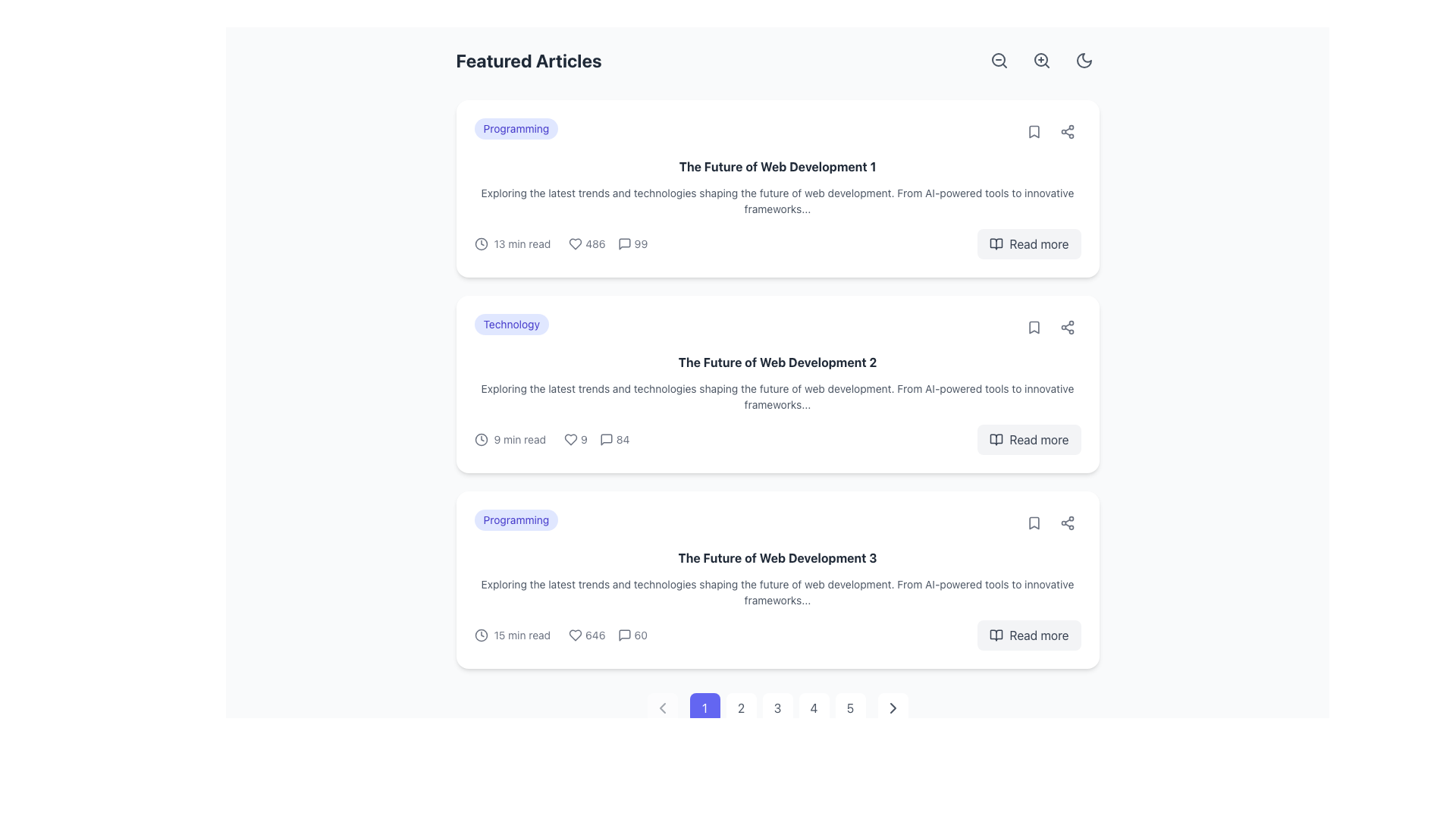 This screenshot has width=1456, height=819. What do you see at coordinates (605, 439) in the screenshot?
I see `the small gray speech bubble icon located in the middle of the comment summary section of the second article card` at bounding box center [605, 439].